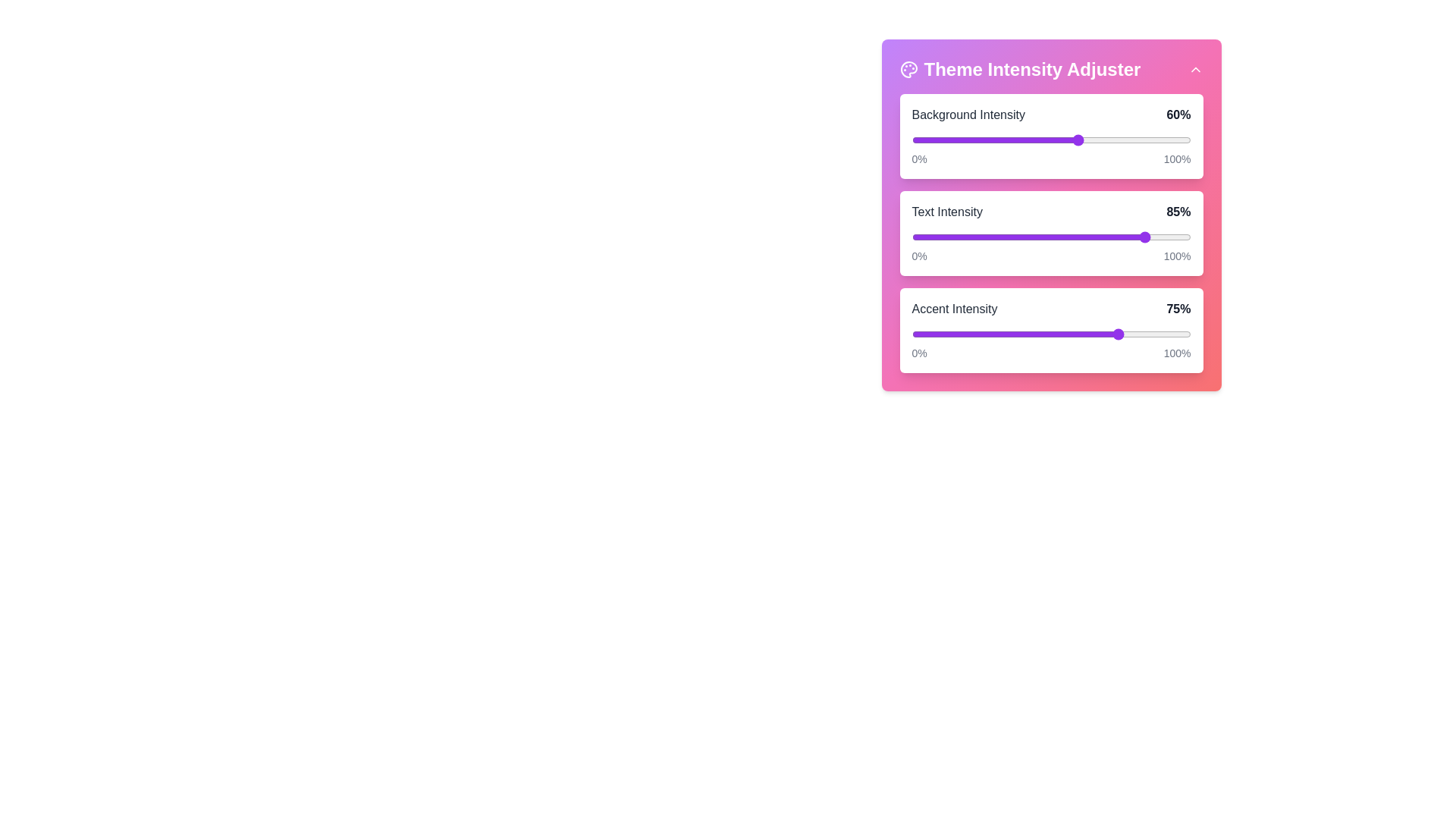 Image resolution: width=1456 pixels, height=819 pixels. I want to click on the text label displaying '0%' in gray color, located to the left of the slider component in the 'Accent Intensity' section, so click(918, 353).